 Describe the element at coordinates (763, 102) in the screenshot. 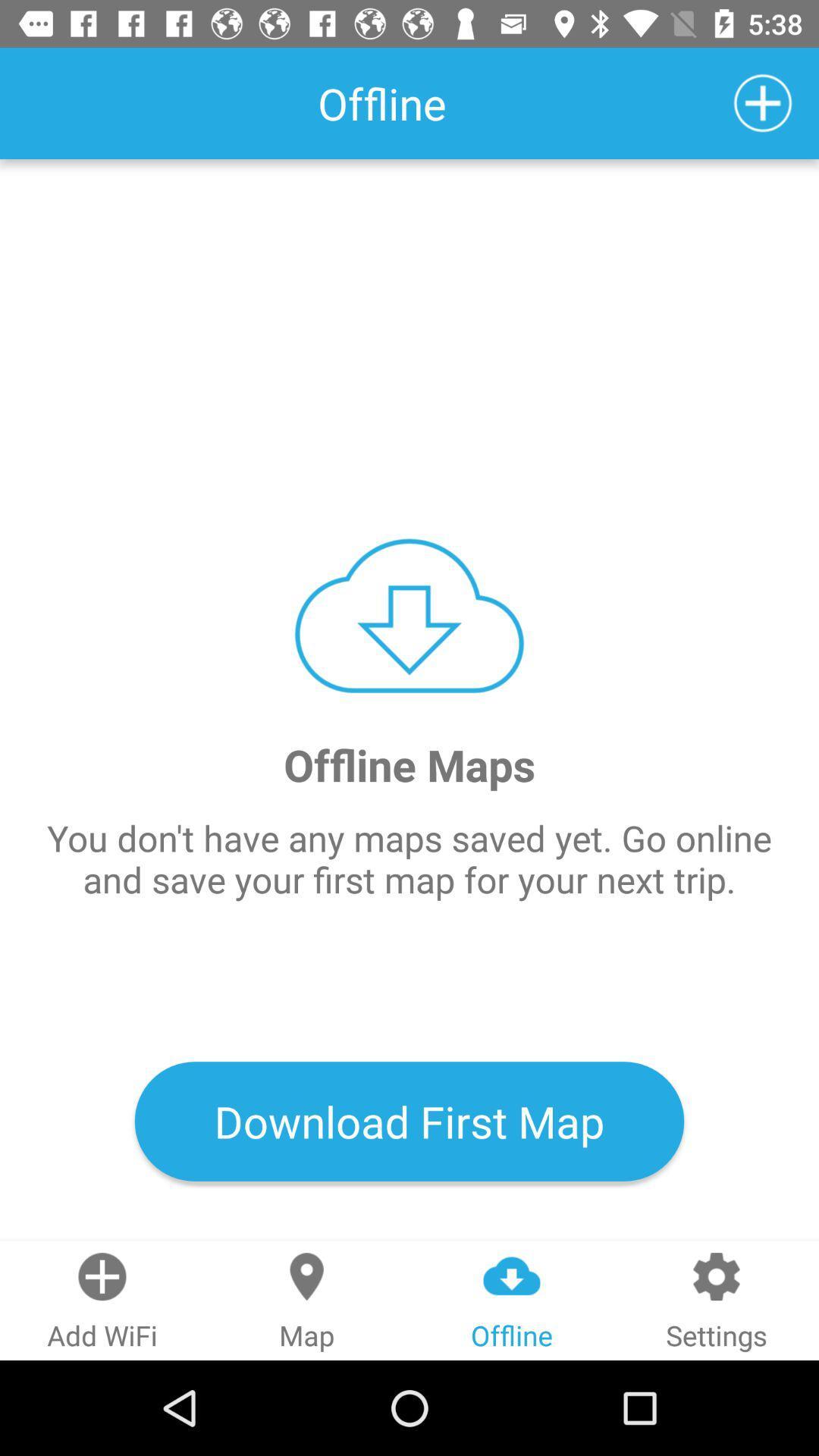

I see `new tap` at that location.